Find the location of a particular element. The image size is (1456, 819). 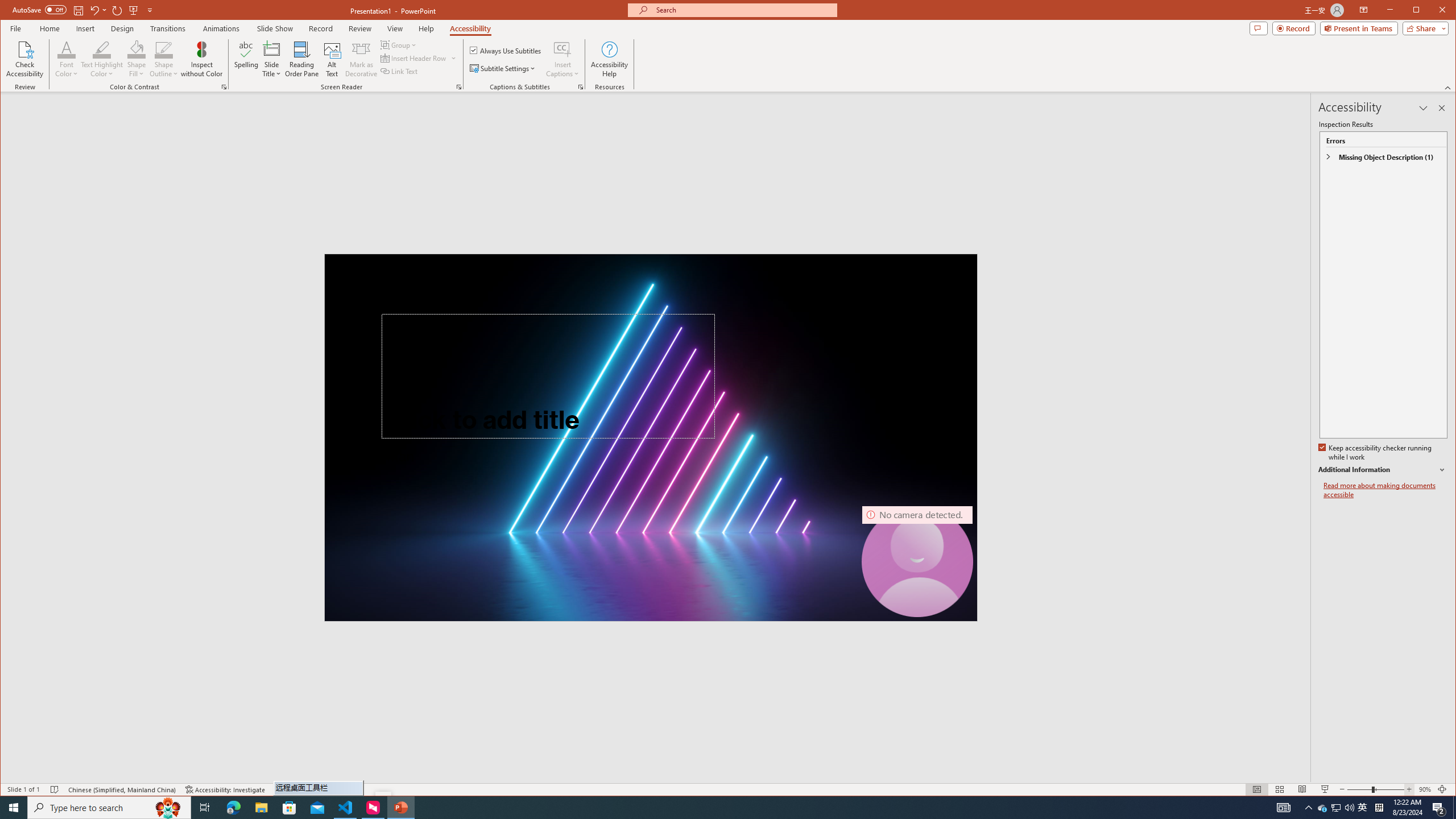

'Camera 7, No camera detected.' is located at coordinates (916, 561).